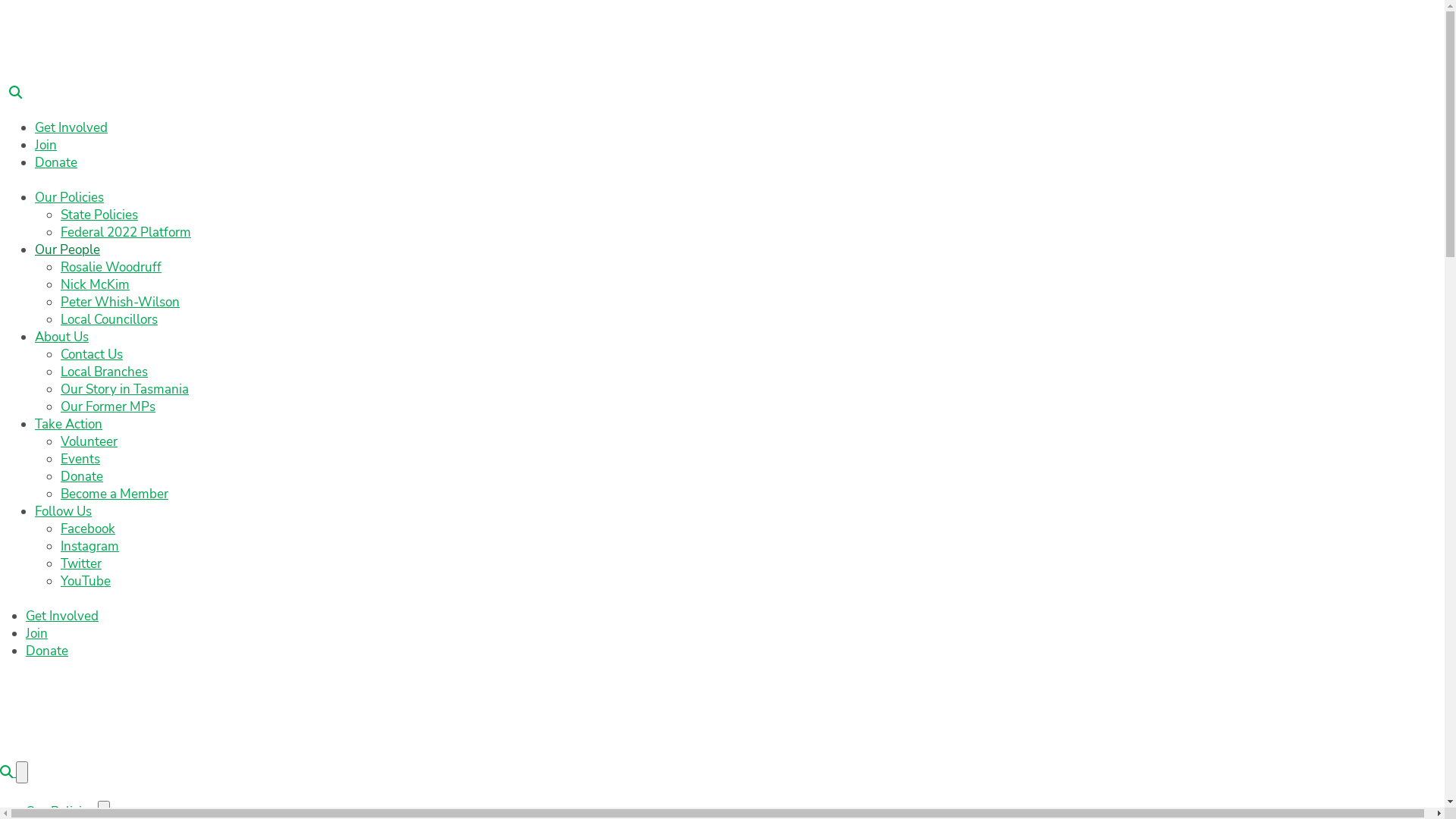 This screenshot has width=1456, height=819. What do you see at coordinates (86, 528) in the screenshot?
I see `'Facebook'` at bounding box center [86, 528].